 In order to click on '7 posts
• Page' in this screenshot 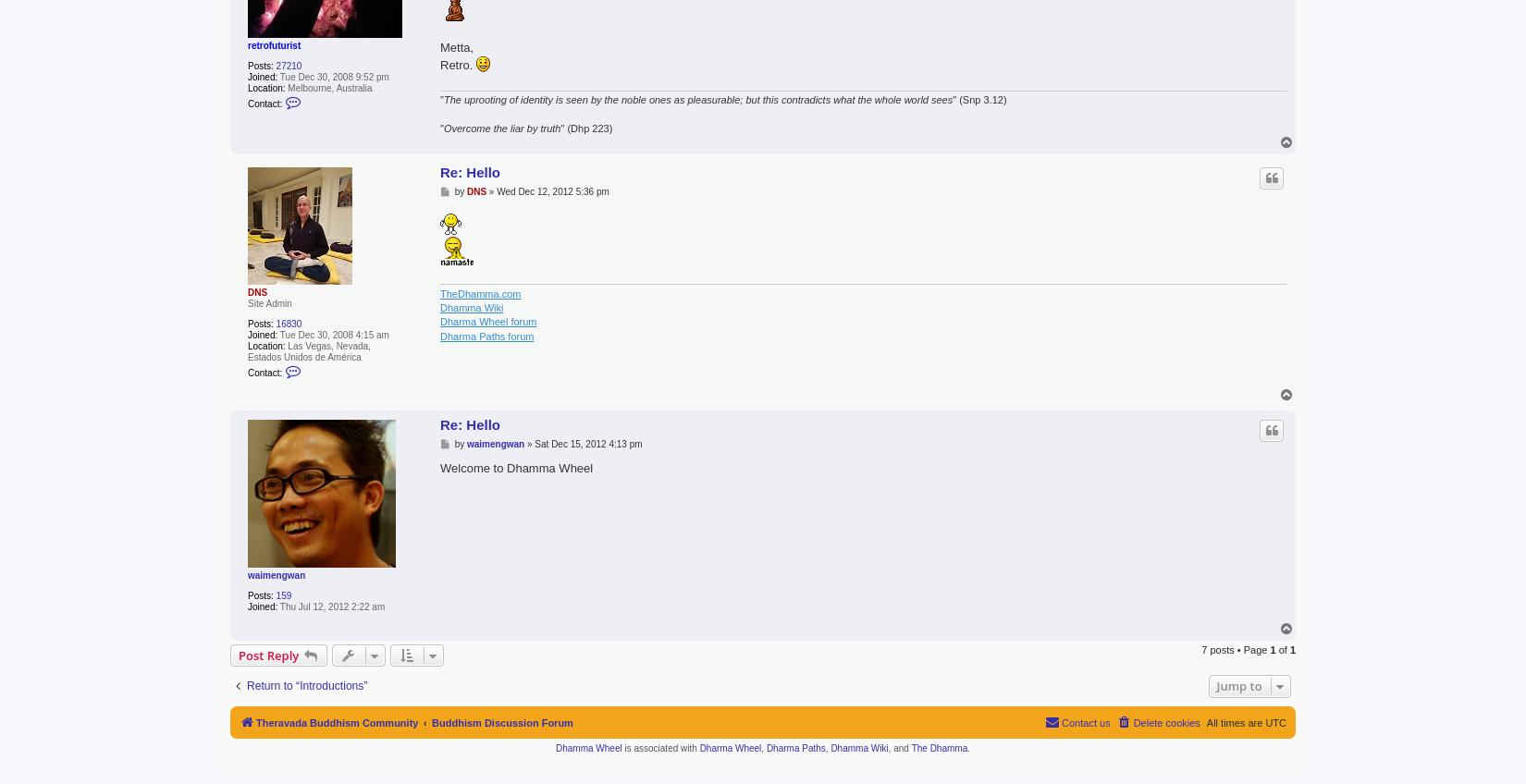, I will do `click(1235, 649)`.